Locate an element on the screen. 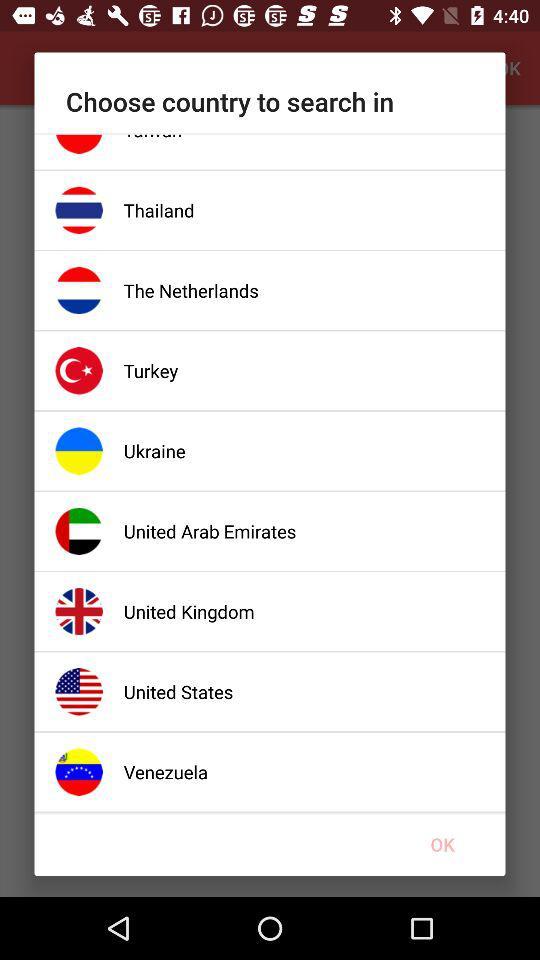 Image resolution: width=540 pixels, height=960 pixels. ok icon is located at coordinates (442, 843).